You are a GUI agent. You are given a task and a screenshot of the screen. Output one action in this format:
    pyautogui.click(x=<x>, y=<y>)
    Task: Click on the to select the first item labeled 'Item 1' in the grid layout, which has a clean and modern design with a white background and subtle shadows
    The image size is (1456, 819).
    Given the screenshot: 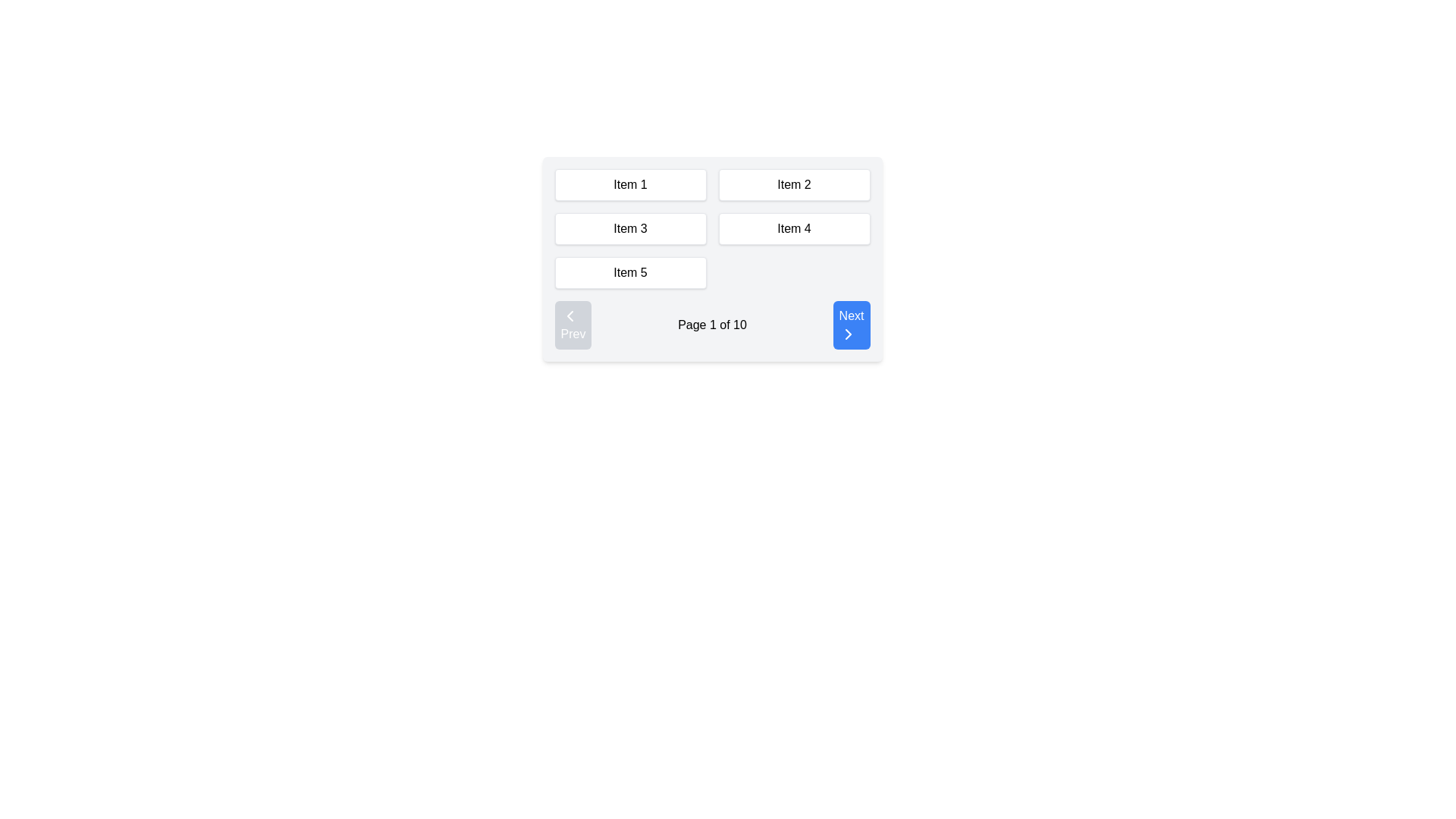 What is the action you would take?
    pyautogui.click(x=630, y=184)
    